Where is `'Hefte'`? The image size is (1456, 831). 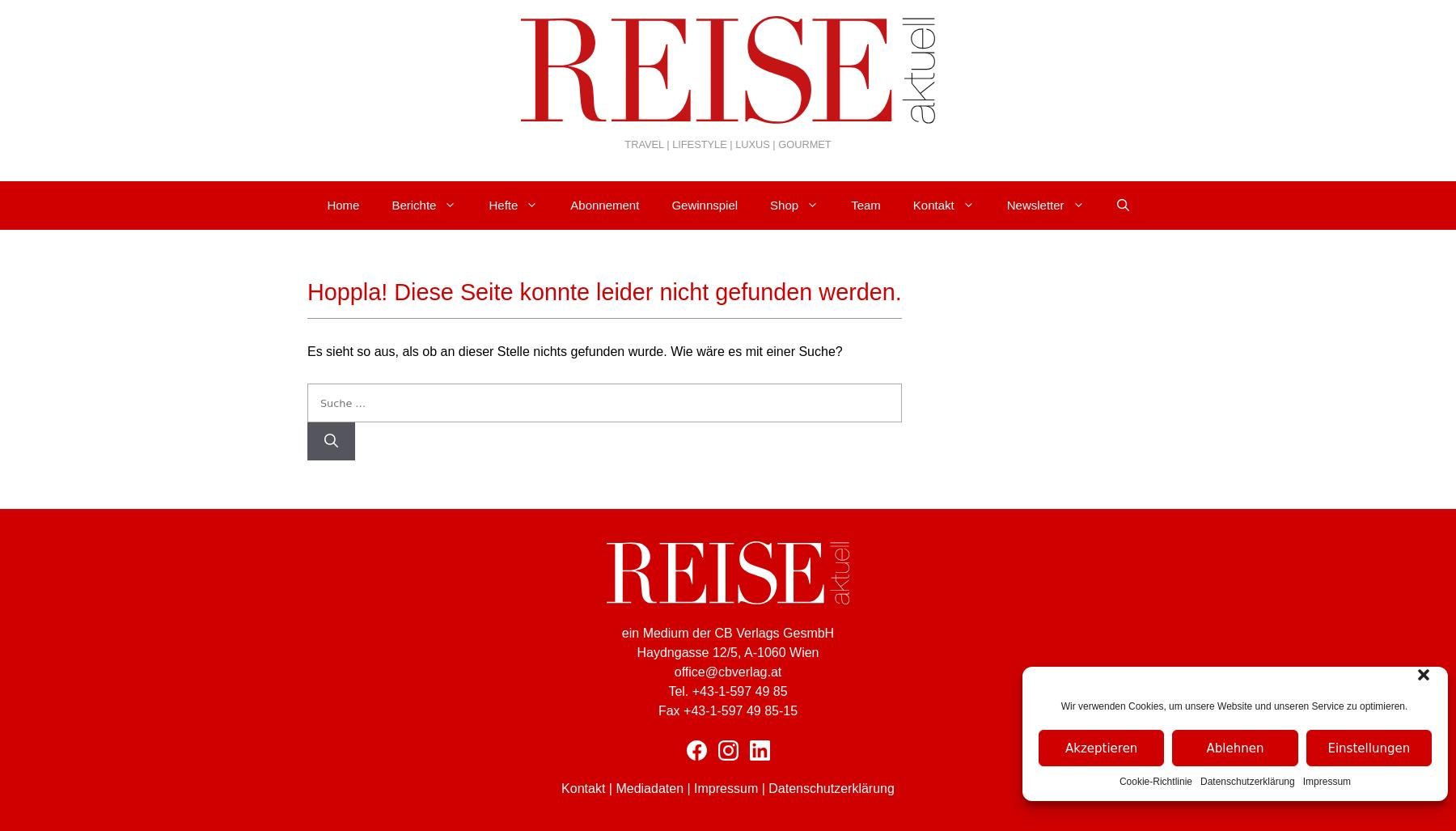
'Hefte' is located at coordinates (503, 205).